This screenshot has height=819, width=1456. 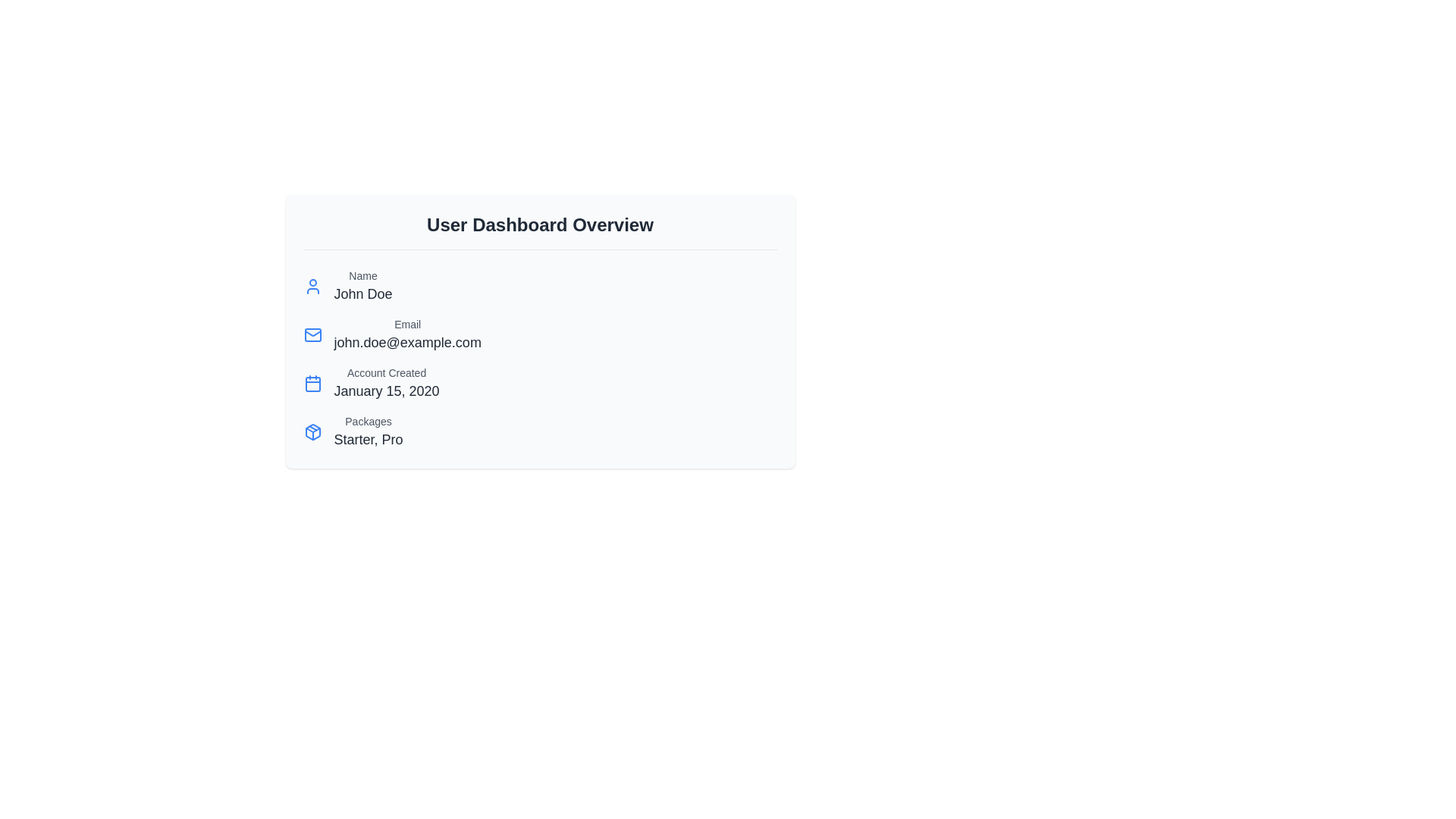 I want to click on the text label displaying 'Starter, Pro', which is located below the 'Packages' label in the user information card, so click(x=368, y=439).